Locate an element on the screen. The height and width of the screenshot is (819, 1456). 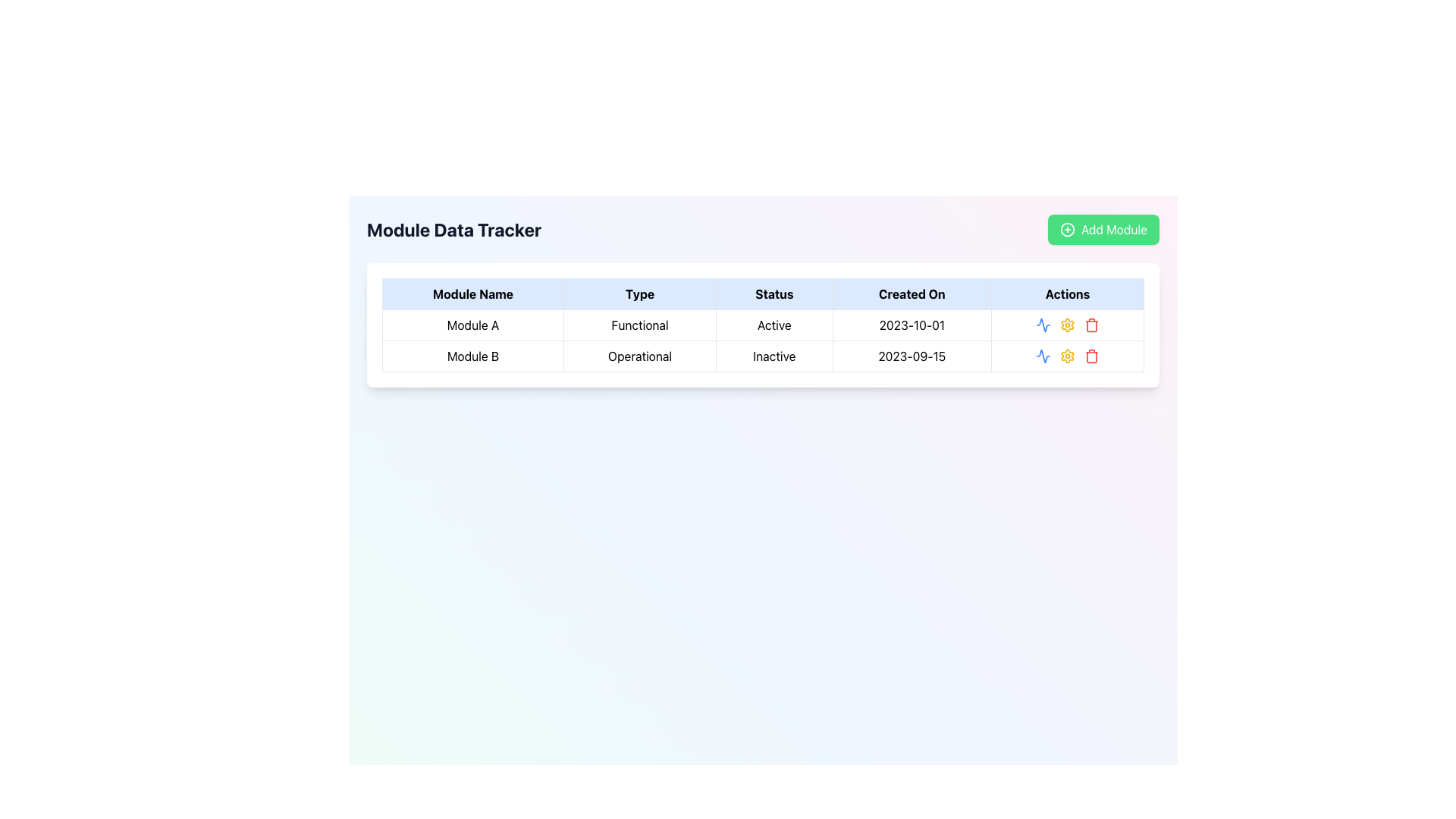
the tabular row containing 'Module B', 'Operational', 'Inactive', and '2023-09-15' is located at coordinates (763, 356).